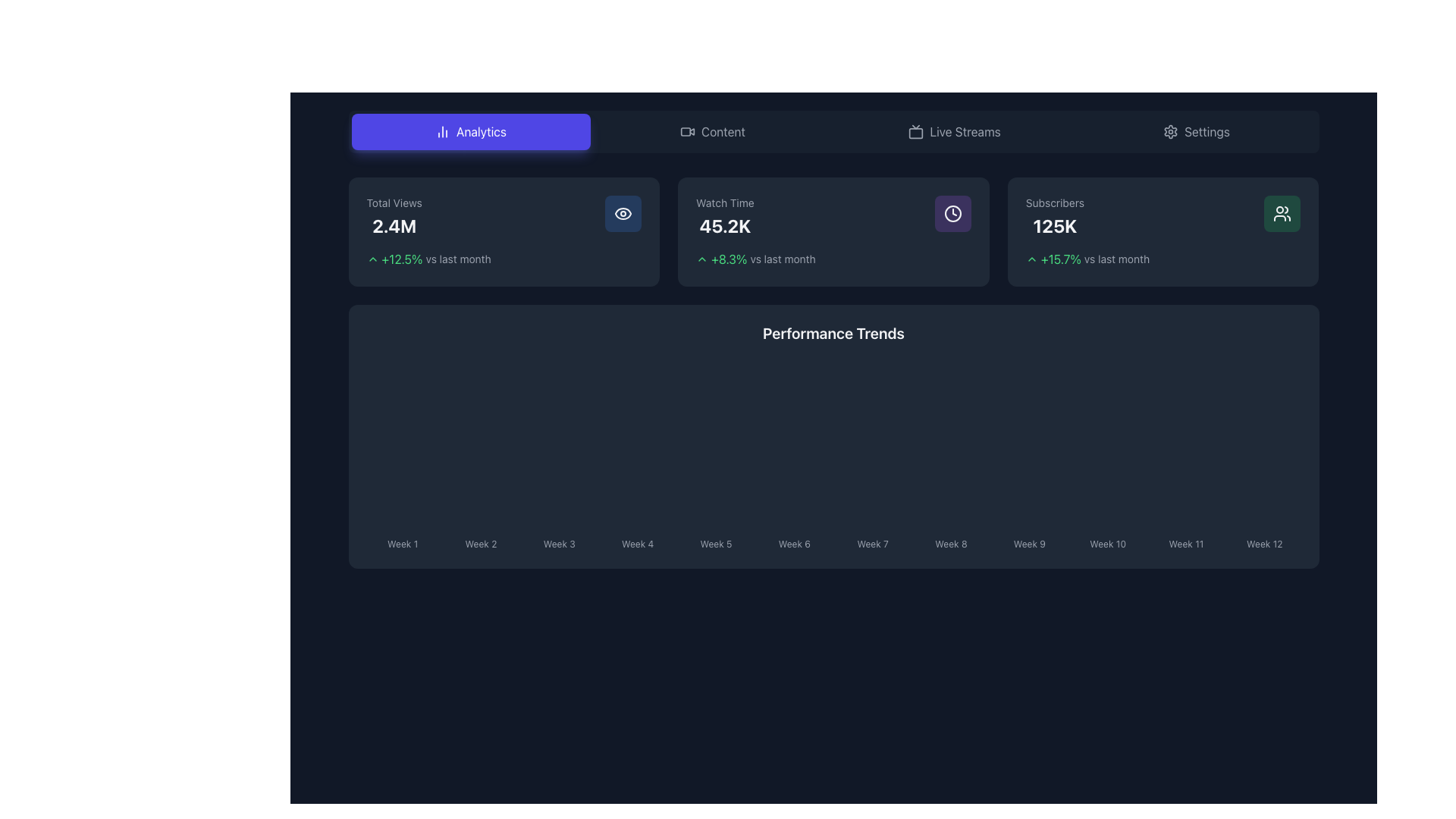  What do you see at coordinates (1108, 543) in the screenshot?
I see `the text label for 'Week 10' in the performance trends chart, located in the bottom section between 'Week 9' and 'Week 11'` at bounding box center [1108, 543].